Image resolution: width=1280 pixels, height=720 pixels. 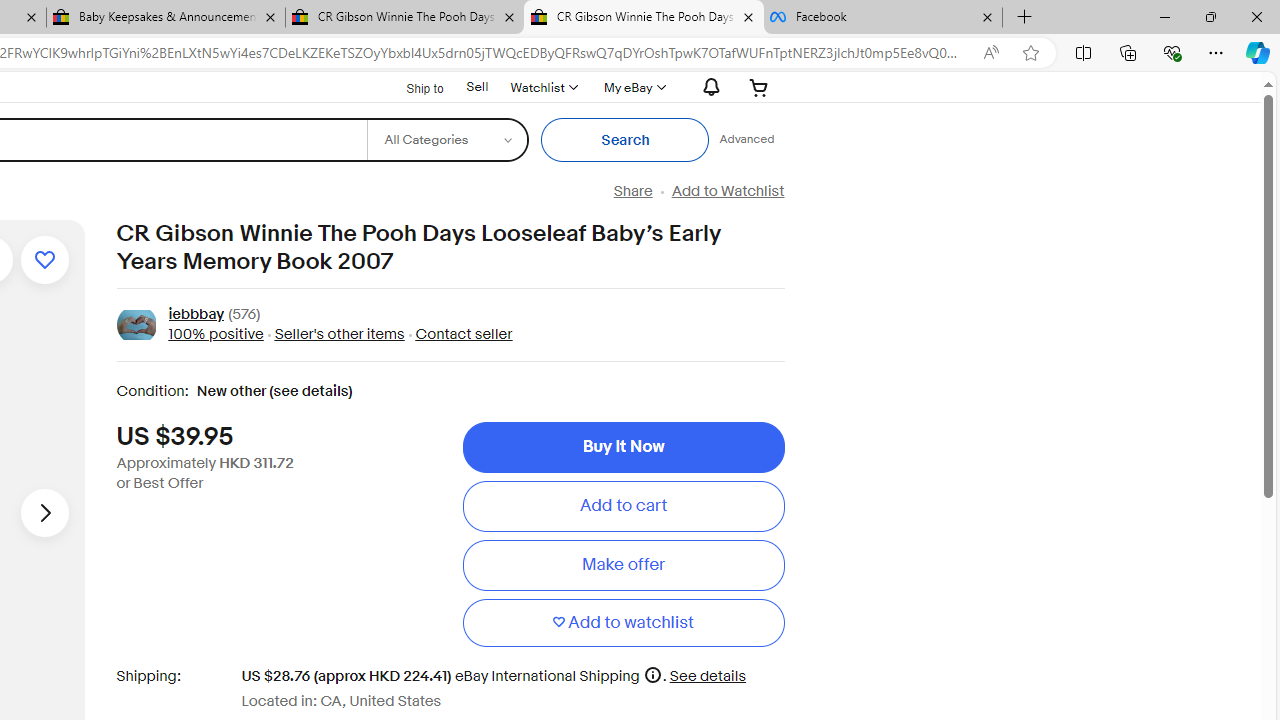 I want to click on 'Sell', so click(x=476, y=85).